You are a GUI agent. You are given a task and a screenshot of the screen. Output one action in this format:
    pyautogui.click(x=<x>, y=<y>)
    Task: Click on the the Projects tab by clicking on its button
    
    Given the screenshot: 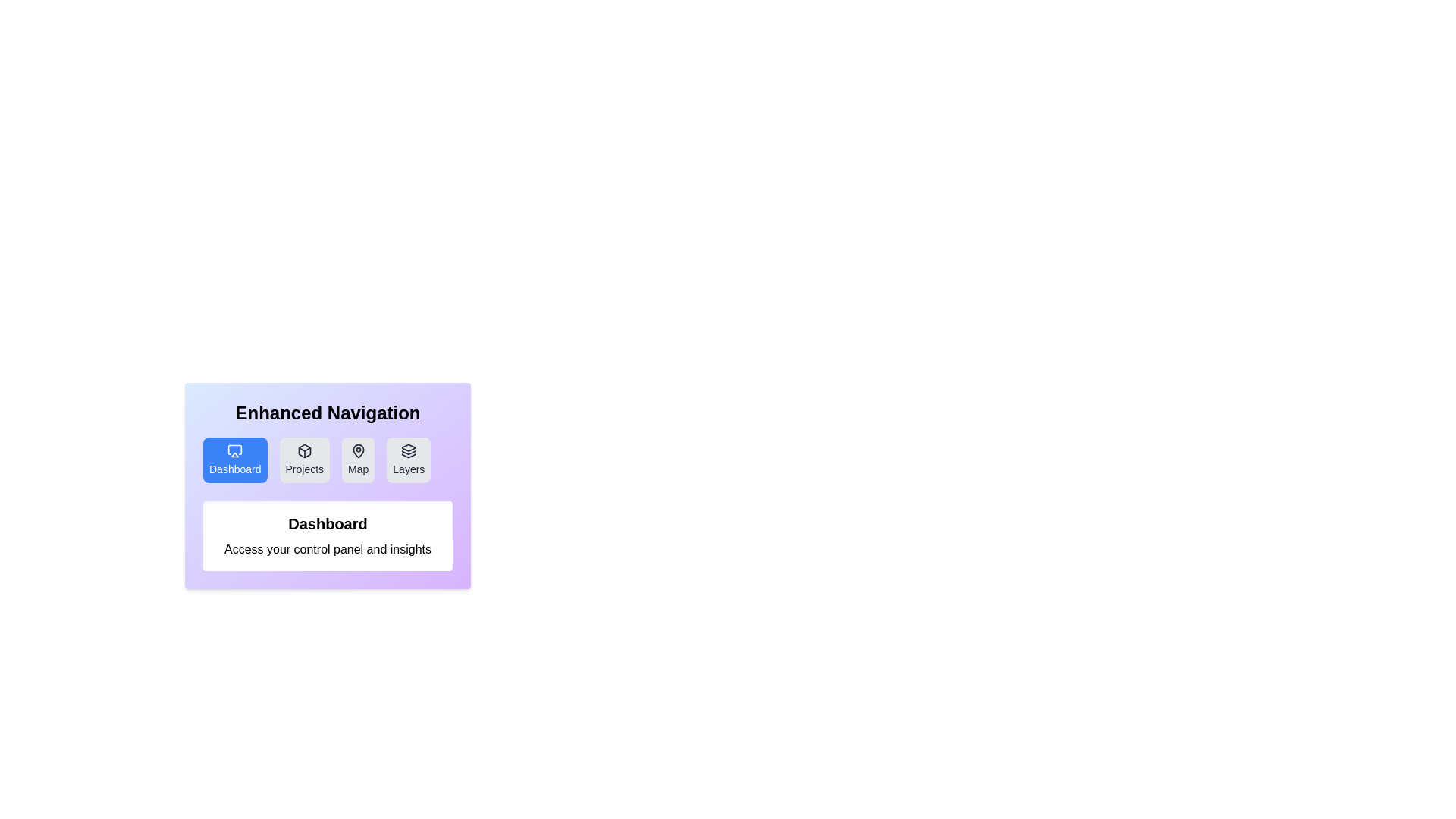 What is the action you would take?
    pyautogui.click(x=303, y=459)
    